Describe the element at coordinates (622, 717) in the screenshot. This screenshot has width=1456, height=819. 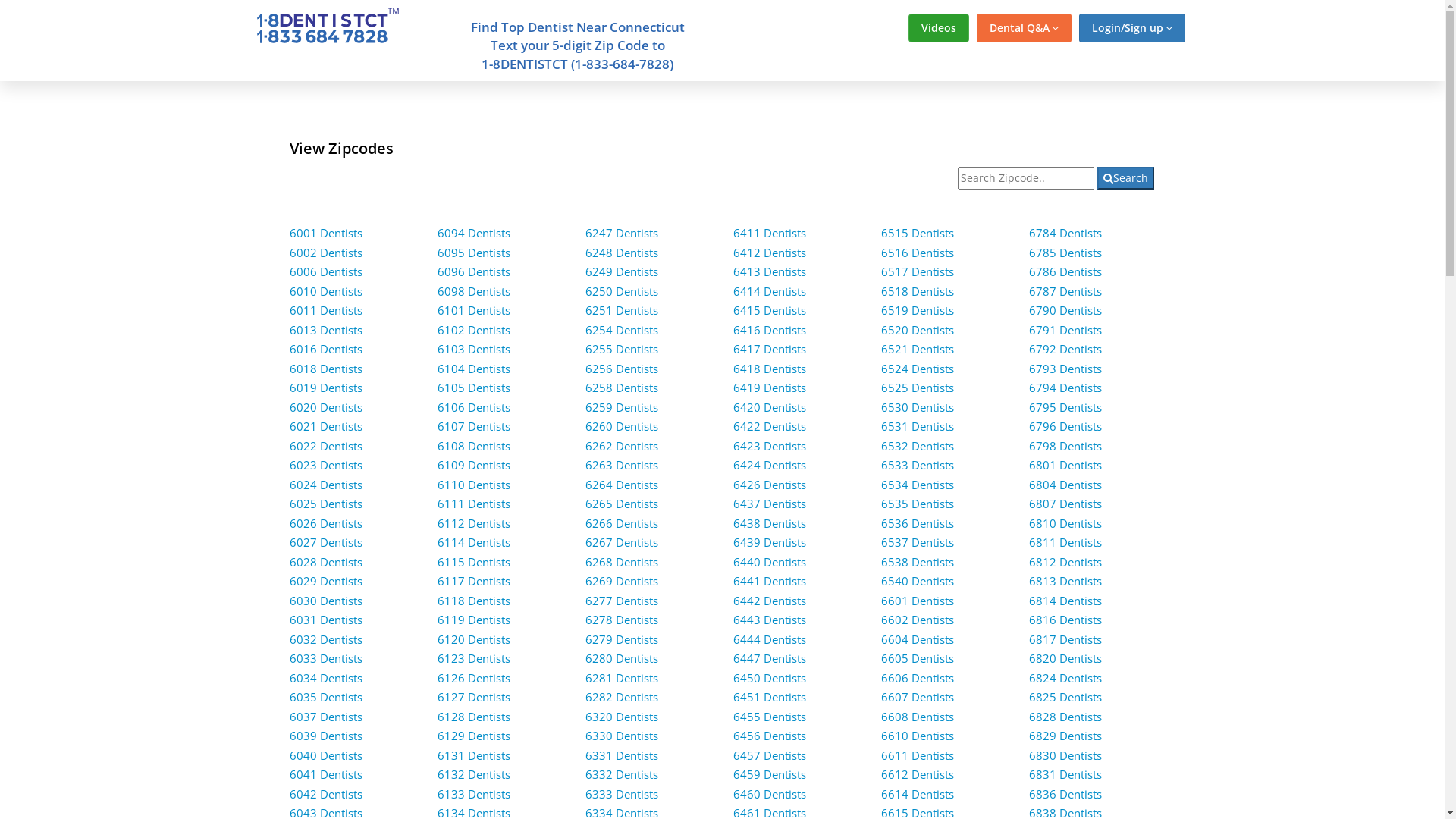
I see `'6320 Dentists'` at that location.